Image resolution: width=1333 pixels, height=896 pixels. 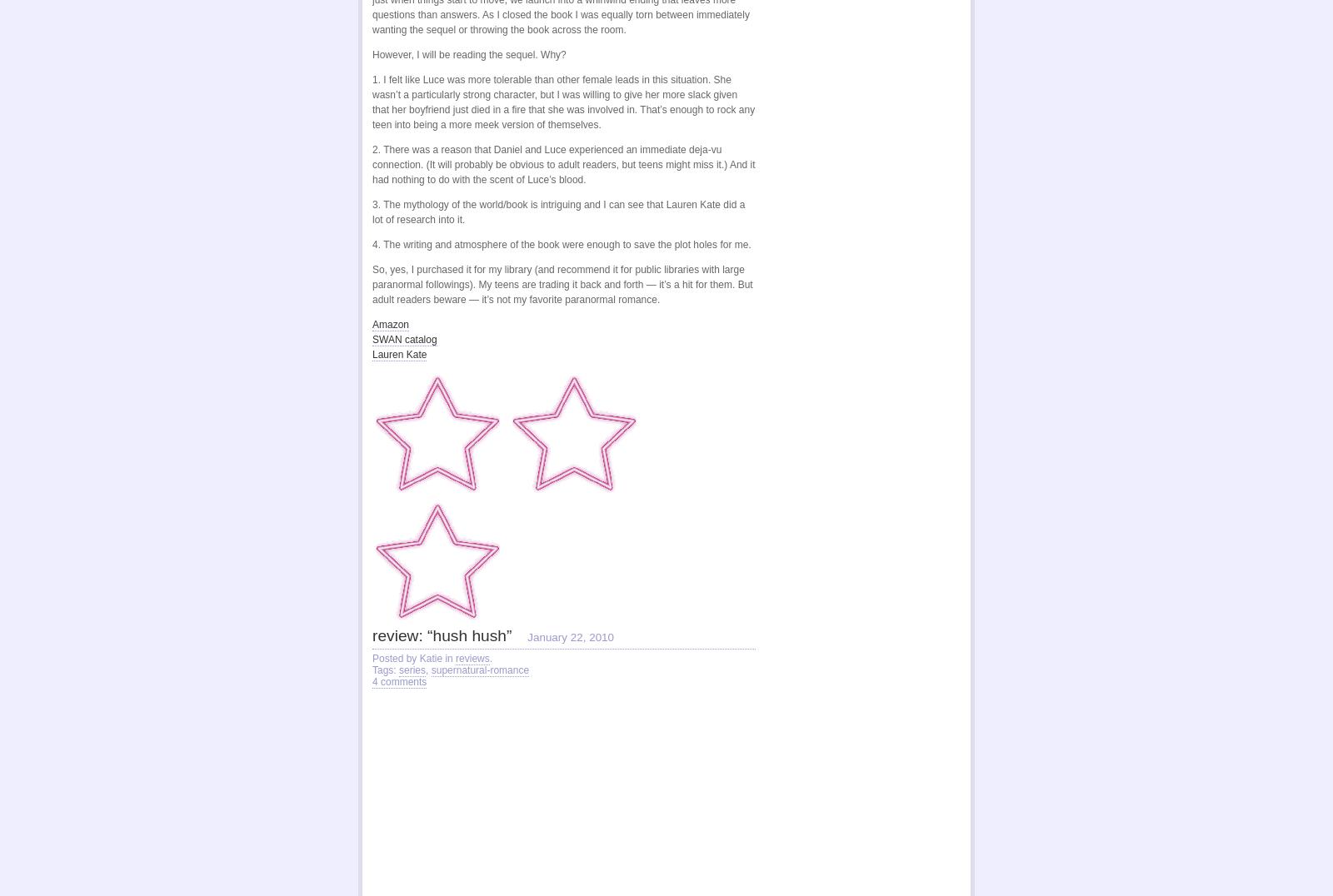 What do you see at coordinates (398, 351) in the screenshot?
I see `'Lauren Kate'` at bounding box center [398, 351].